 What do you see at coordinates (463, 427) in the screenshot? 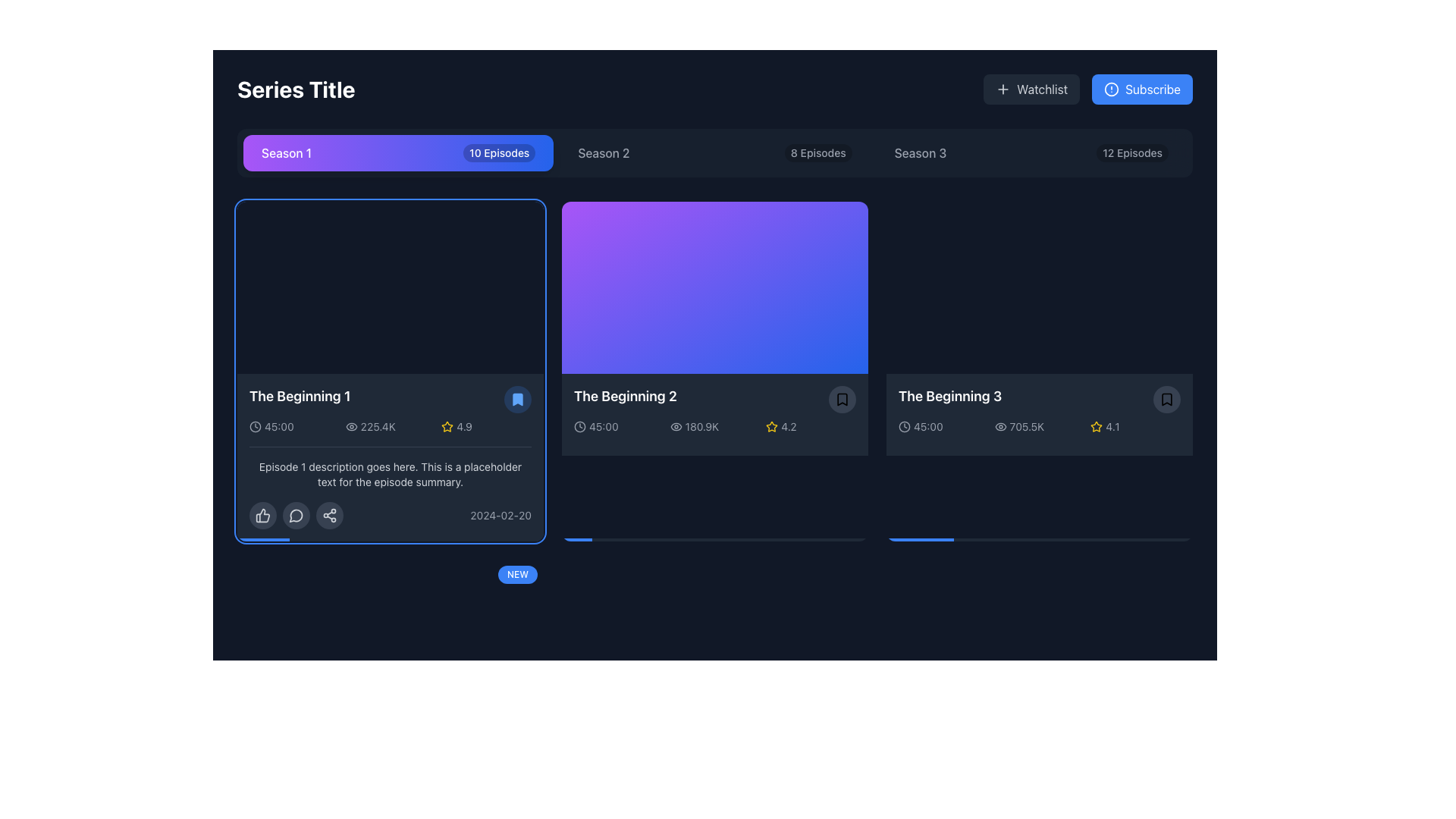
I see `the text label displaying the numeric value '4.9', which is styled in a light-colored font and positioned to the right of a yellow star icon within the episode listing card for 'The Beginning 1'` at bounding box center [463, 427].